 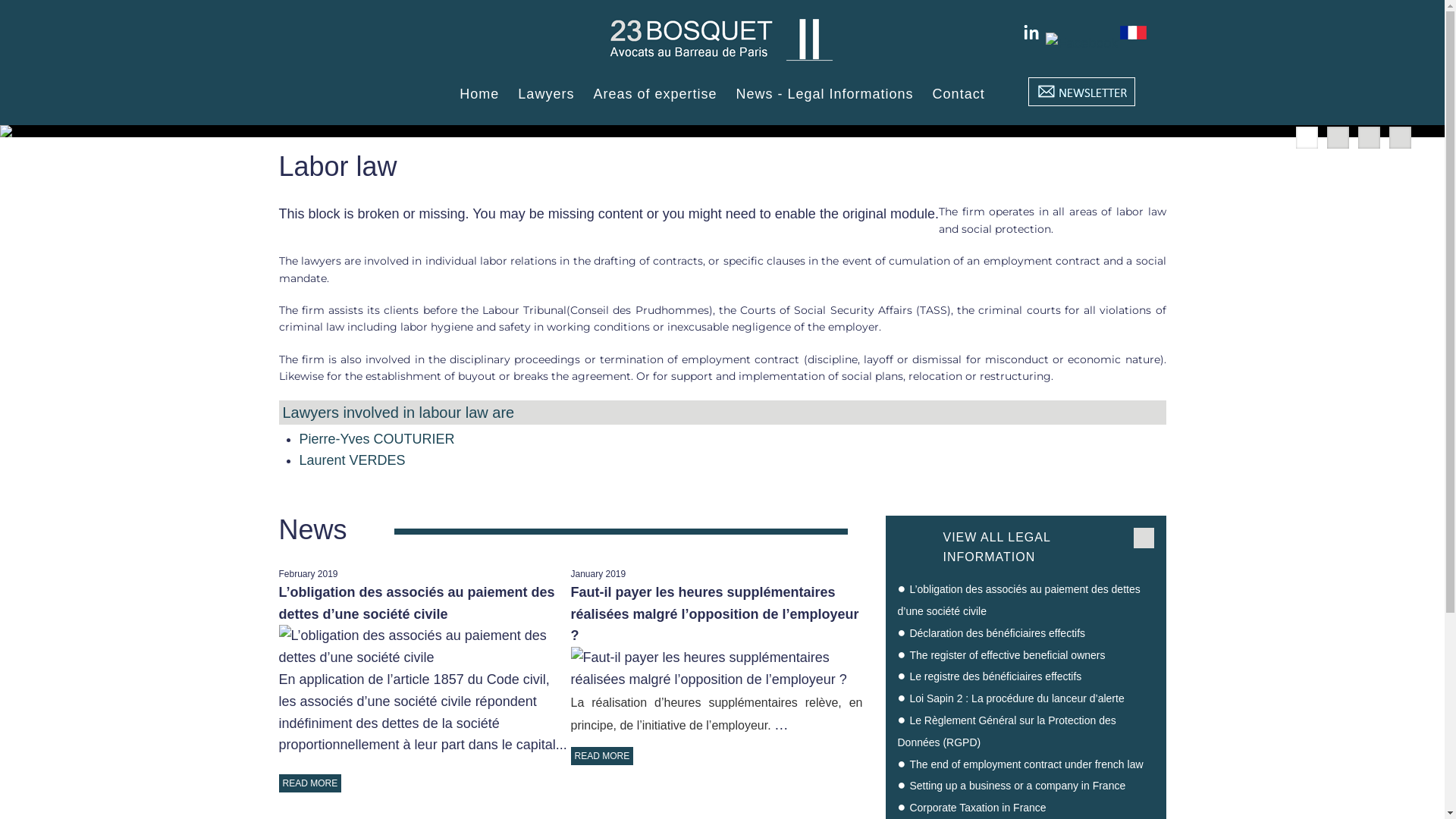 I want to click on 'Setting up a business or a company in France', so click(x=1017, y=785).